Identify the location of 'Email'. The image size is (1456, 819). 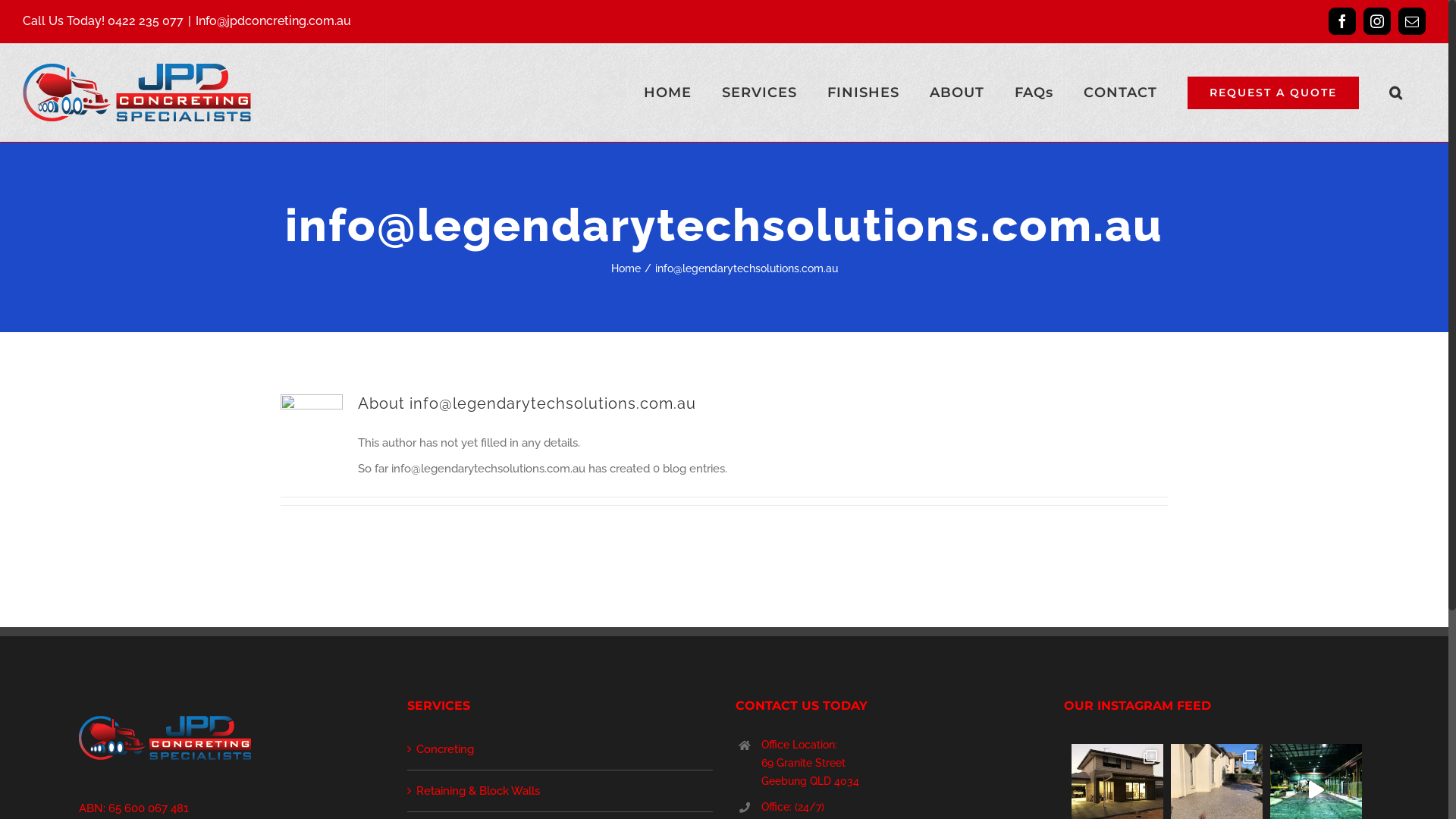
(1411, 20).